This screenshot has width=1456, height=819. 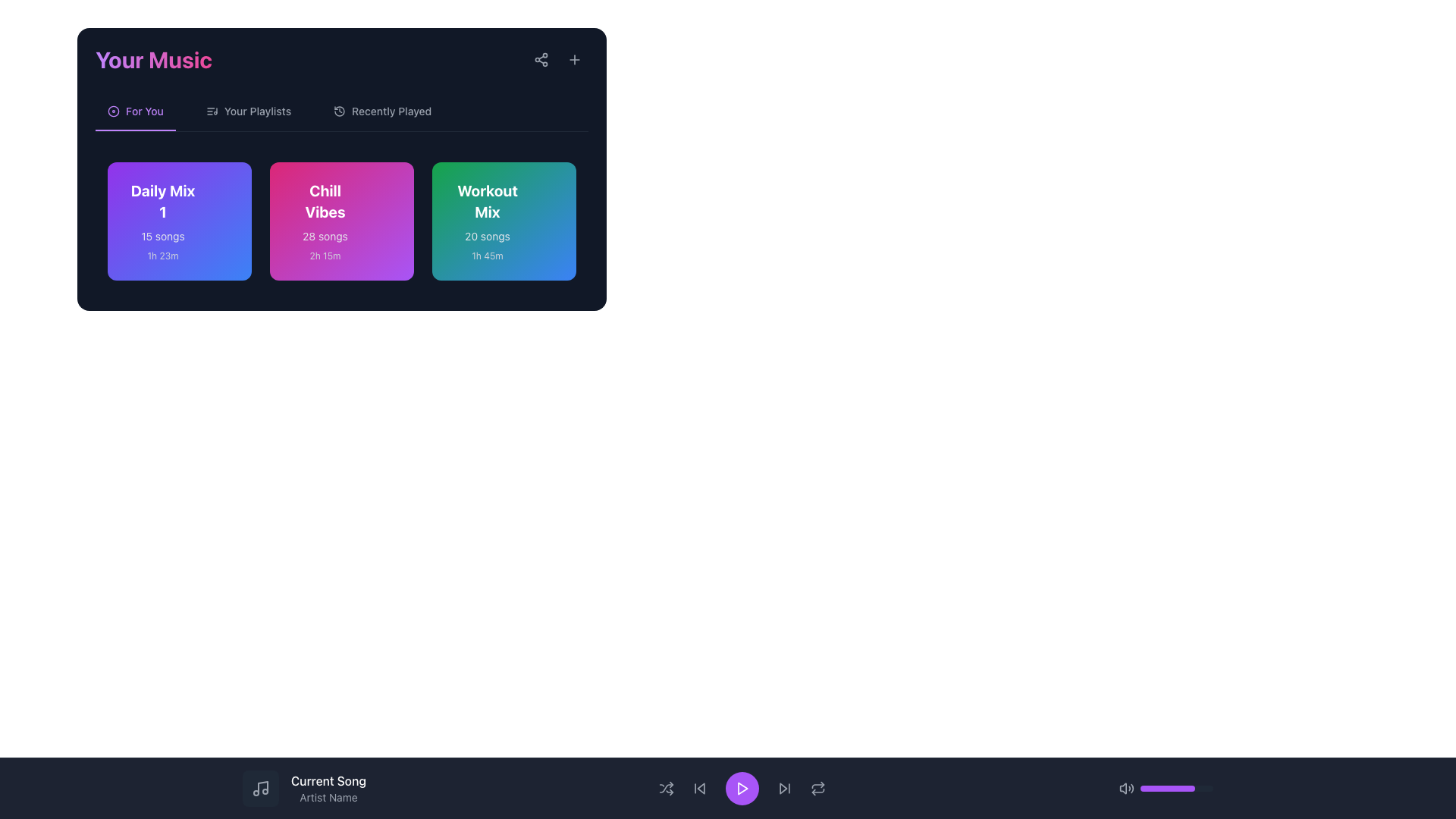 I want to click on the button with a dark background and share icon located in the upper-right corner of the card header section, so click(x=541, y=58).